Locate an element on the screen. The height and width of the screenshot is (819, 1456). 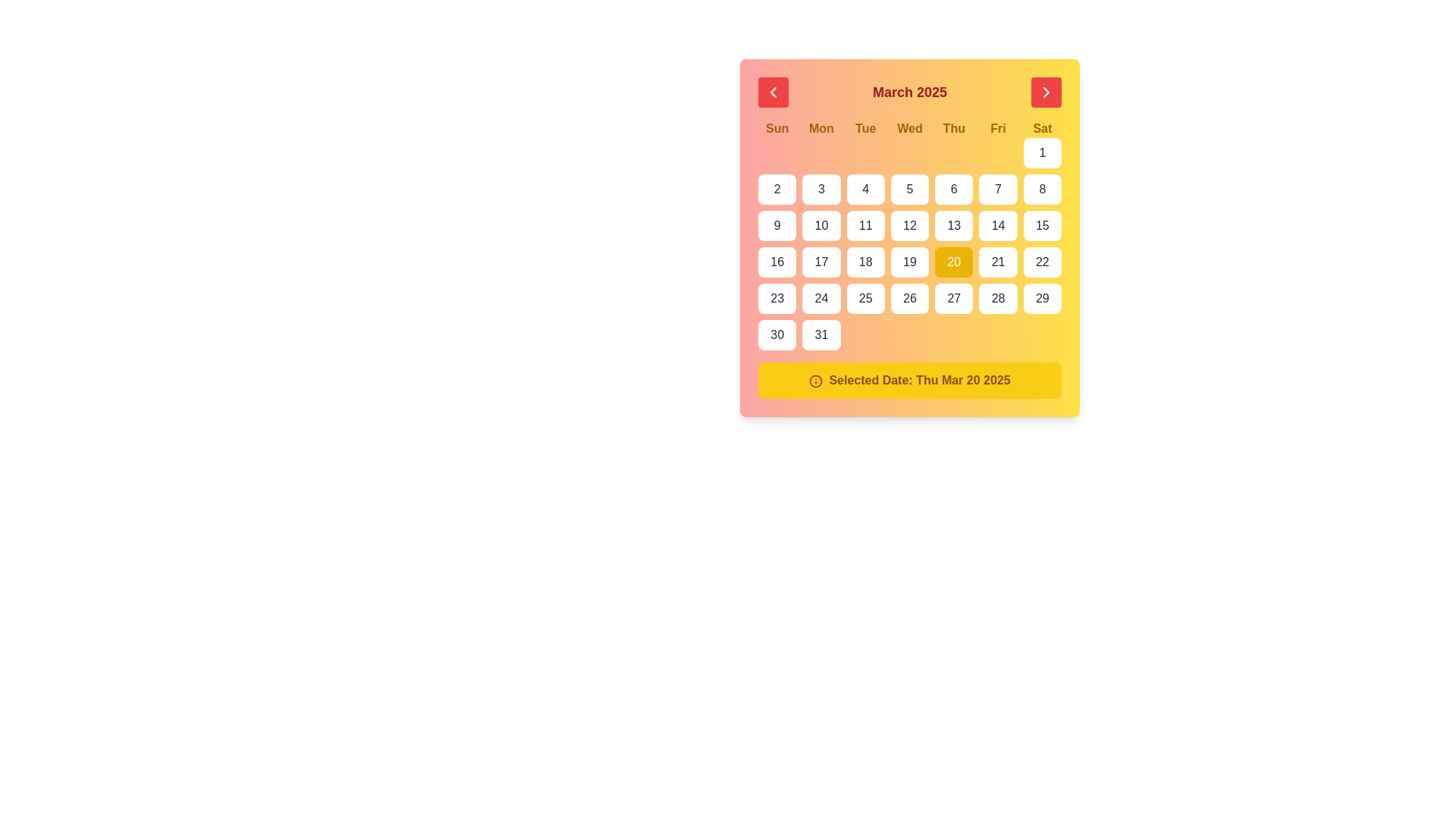
the fourth button in the second row of the calendar widget, which has a white background and displays the number '10' in bold gray text is located at coordinates (821, 225).